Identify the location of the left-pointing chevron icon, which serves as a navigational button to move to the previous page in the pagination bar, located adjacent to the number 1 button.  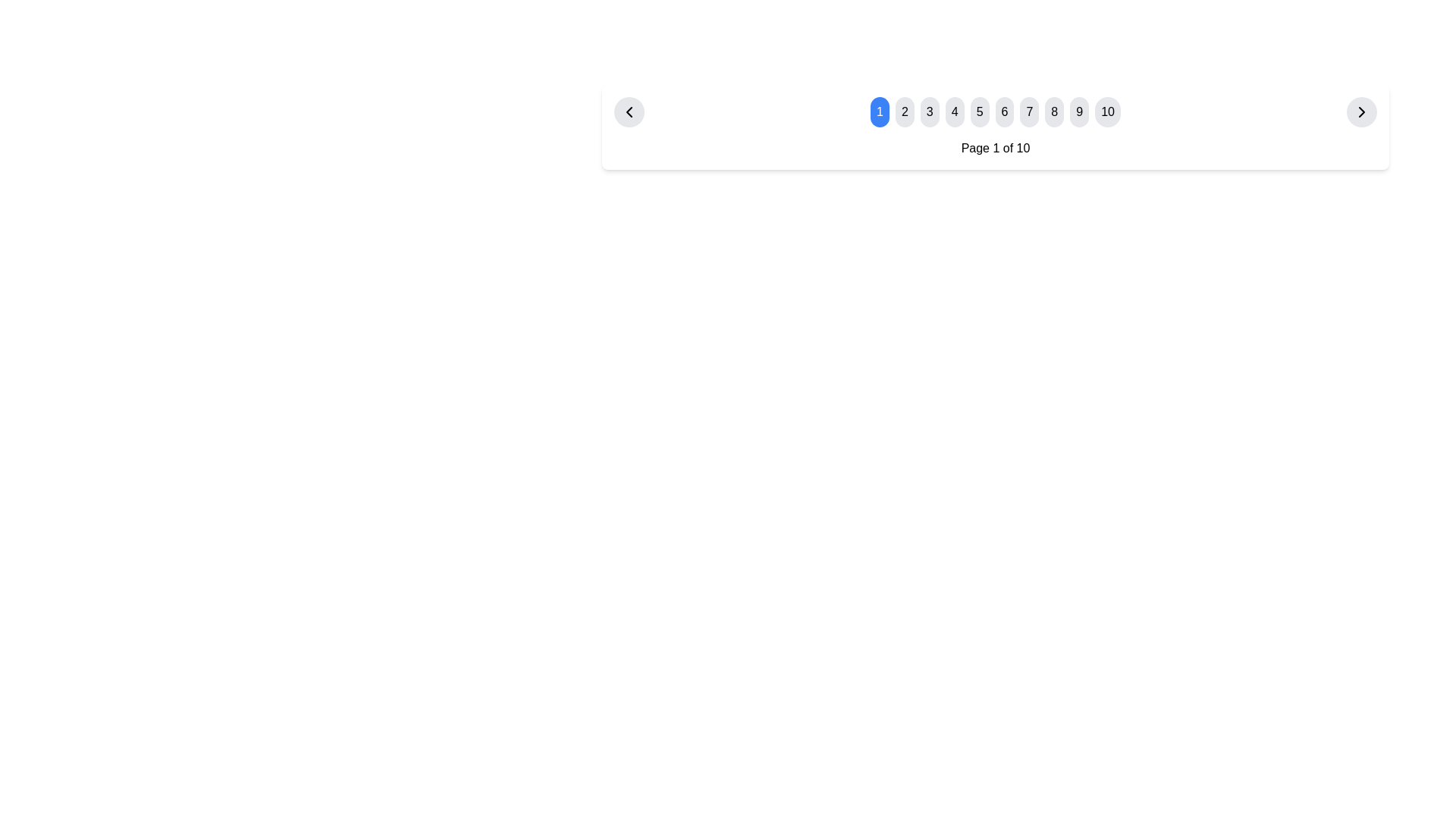
(629, 111).